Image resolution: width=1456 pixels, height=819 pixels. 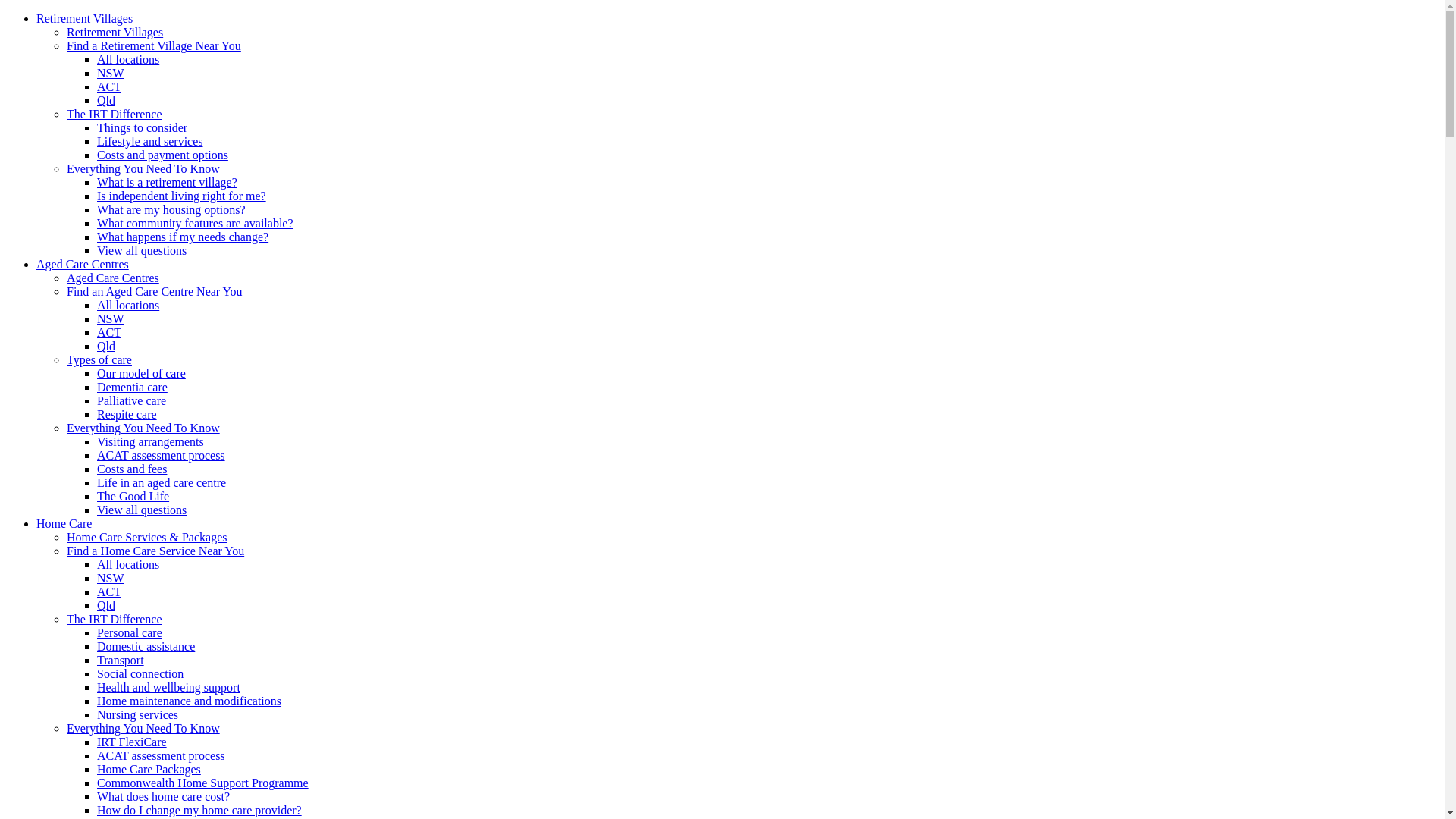 I want to click on 'IRT FlexiCare', so click(x=131, y=741).